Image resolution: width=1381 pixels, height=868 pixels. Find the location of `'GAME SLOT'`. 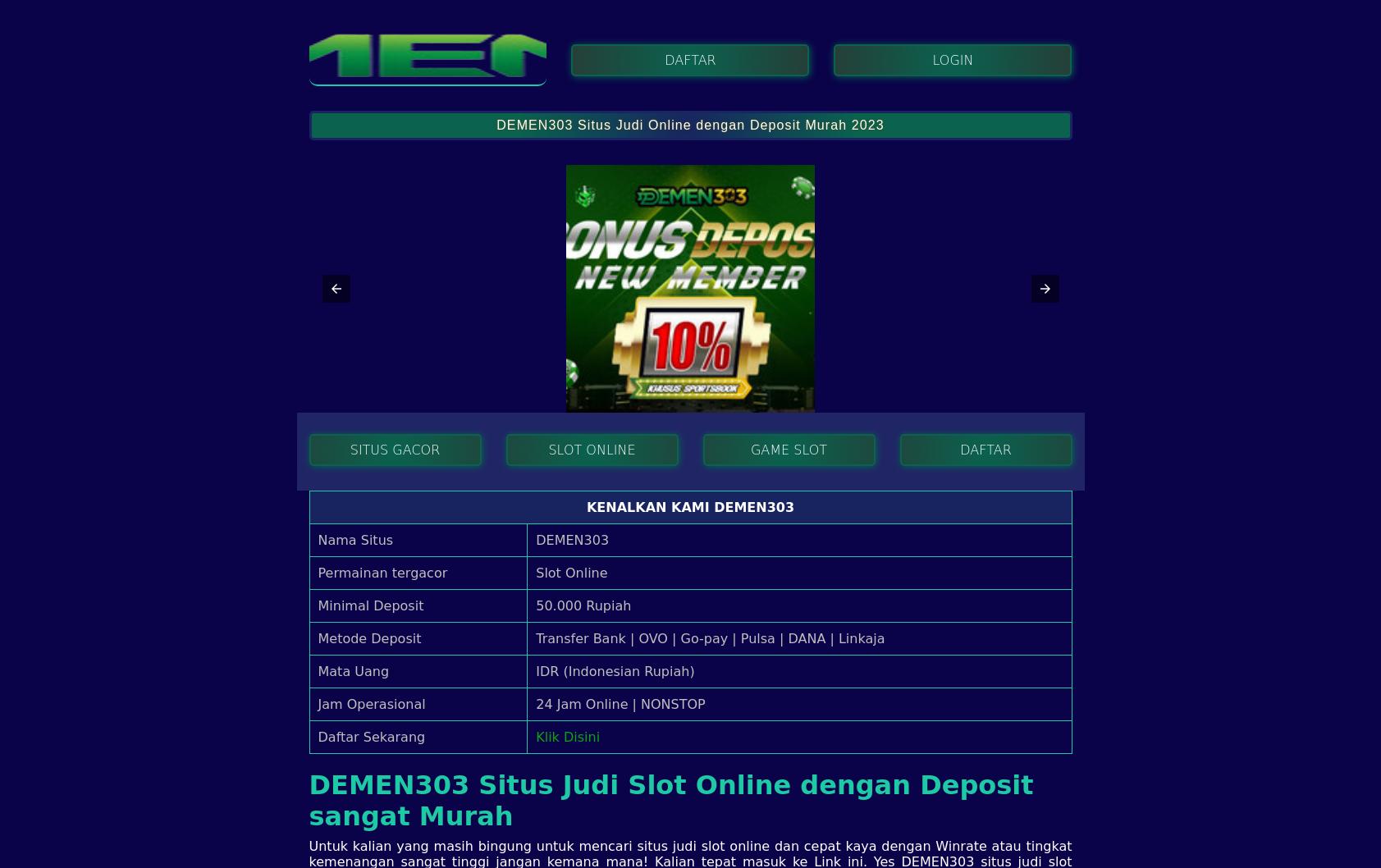

'GAME SLOT' is located at coordinates (750, 449).